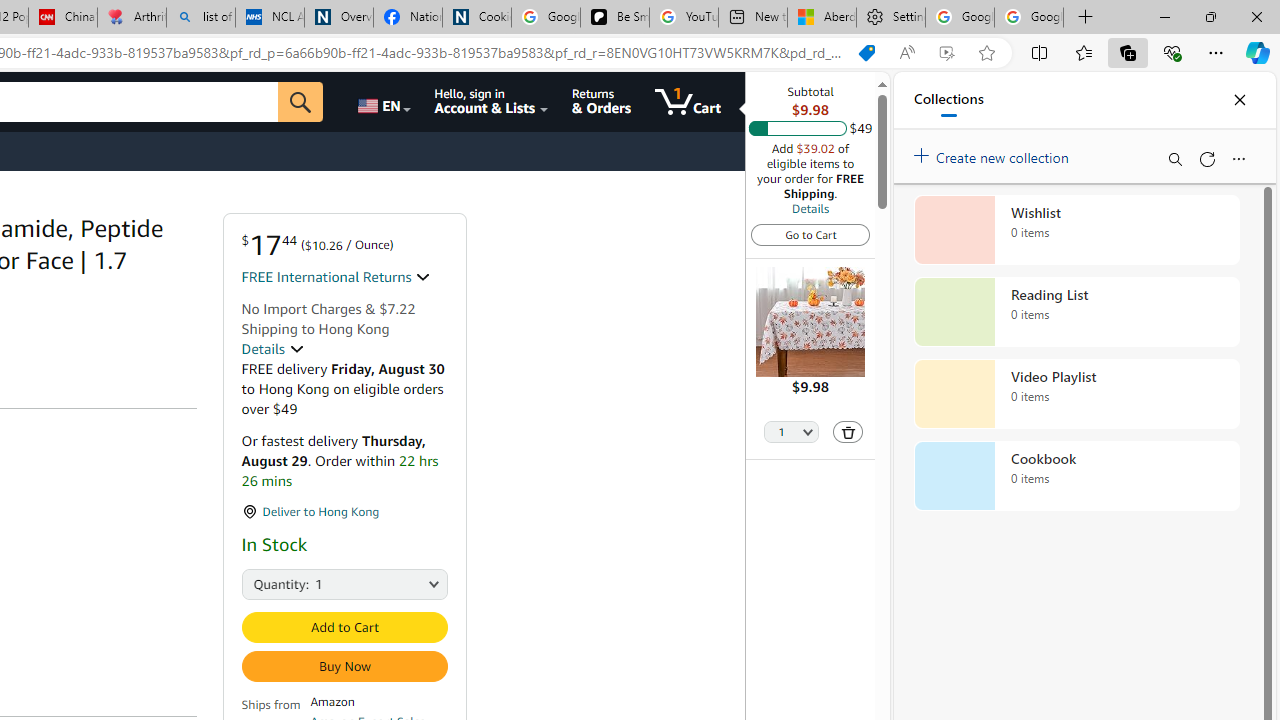 Image resolution: width=1280 pixels, height=720 pixels. Describe the element at coordinates (475, 17) in the screenshot. I see `'Cookies'` at that location.